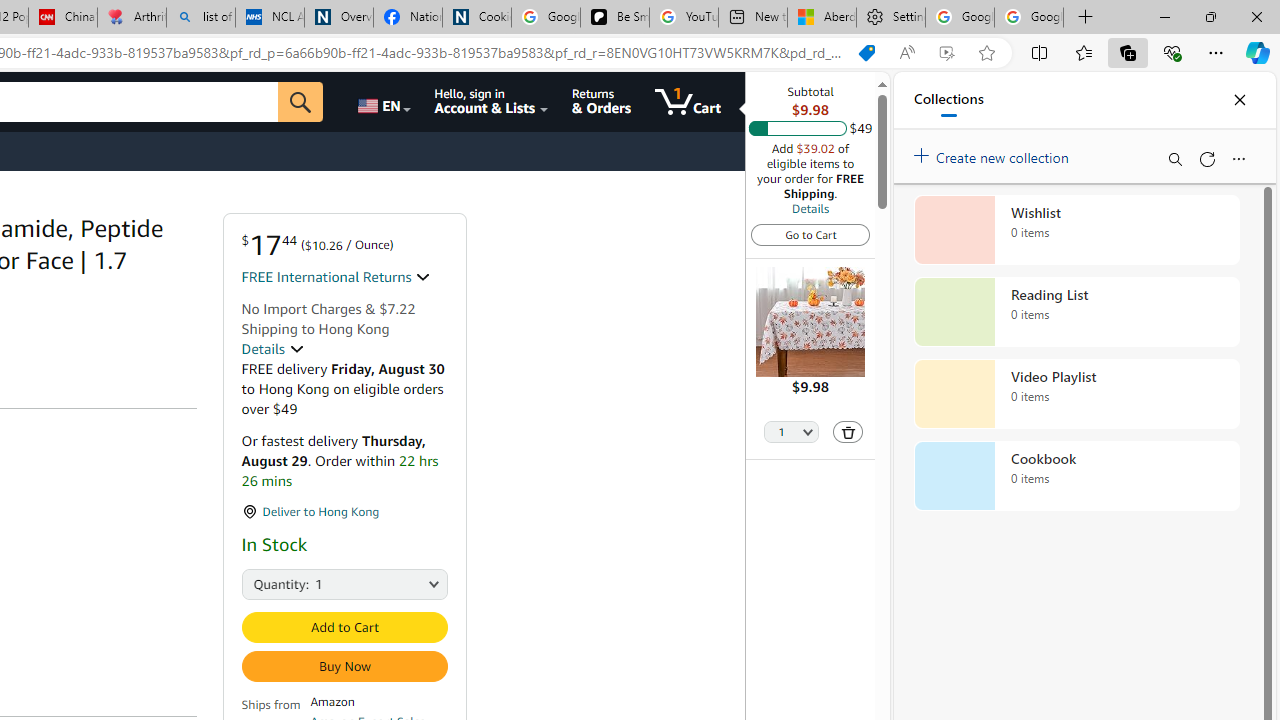 Image resolution: width=1280 pixels, height=720 pixels. Describe the element at coordinates (475, 17) in the screenshot. I see `'Cookies'` at that location.